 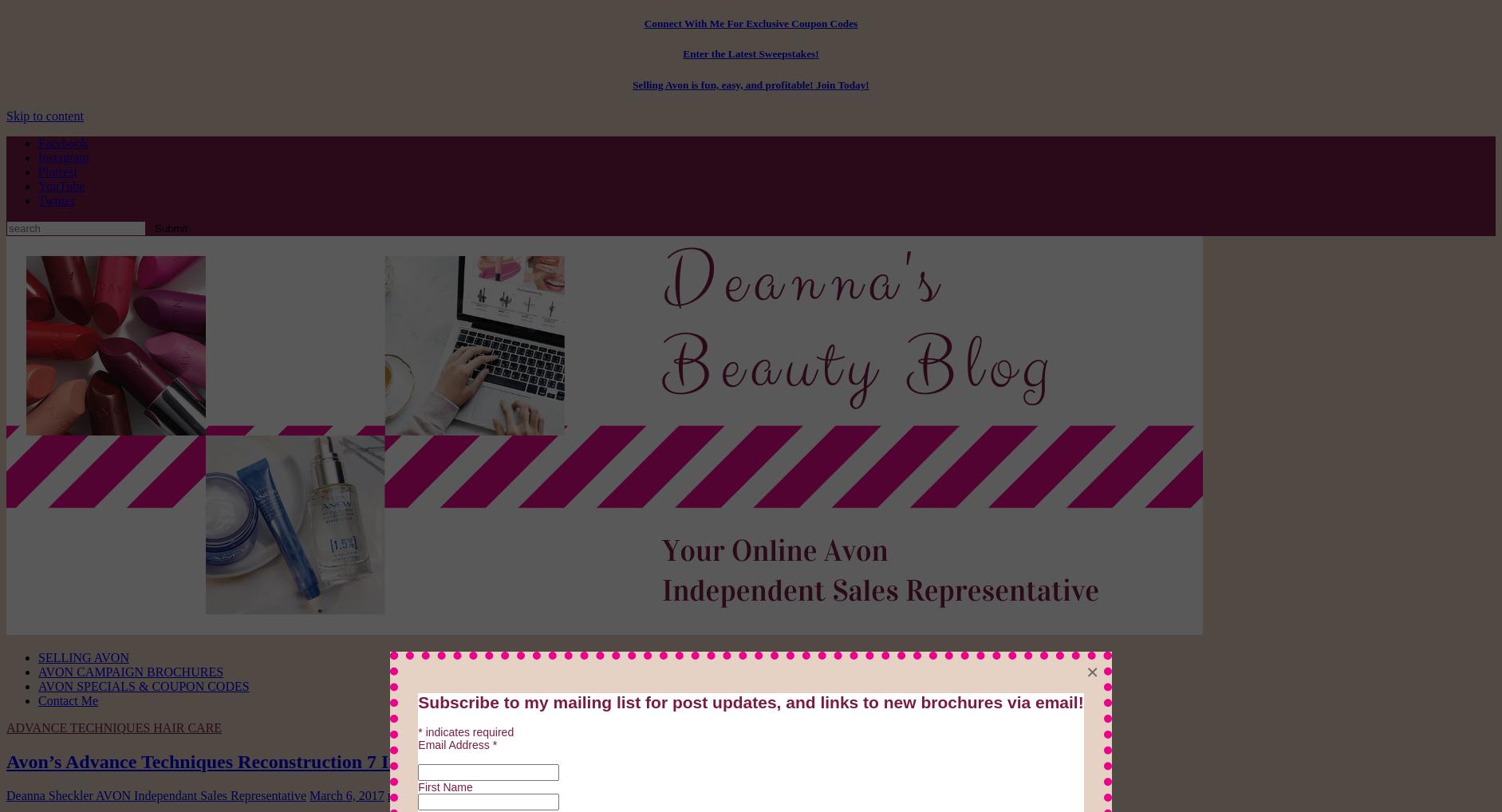 What do you see at coordinates (712, 803) in the screenshot?
I see `'error:'` at bounding box center [712, 803].